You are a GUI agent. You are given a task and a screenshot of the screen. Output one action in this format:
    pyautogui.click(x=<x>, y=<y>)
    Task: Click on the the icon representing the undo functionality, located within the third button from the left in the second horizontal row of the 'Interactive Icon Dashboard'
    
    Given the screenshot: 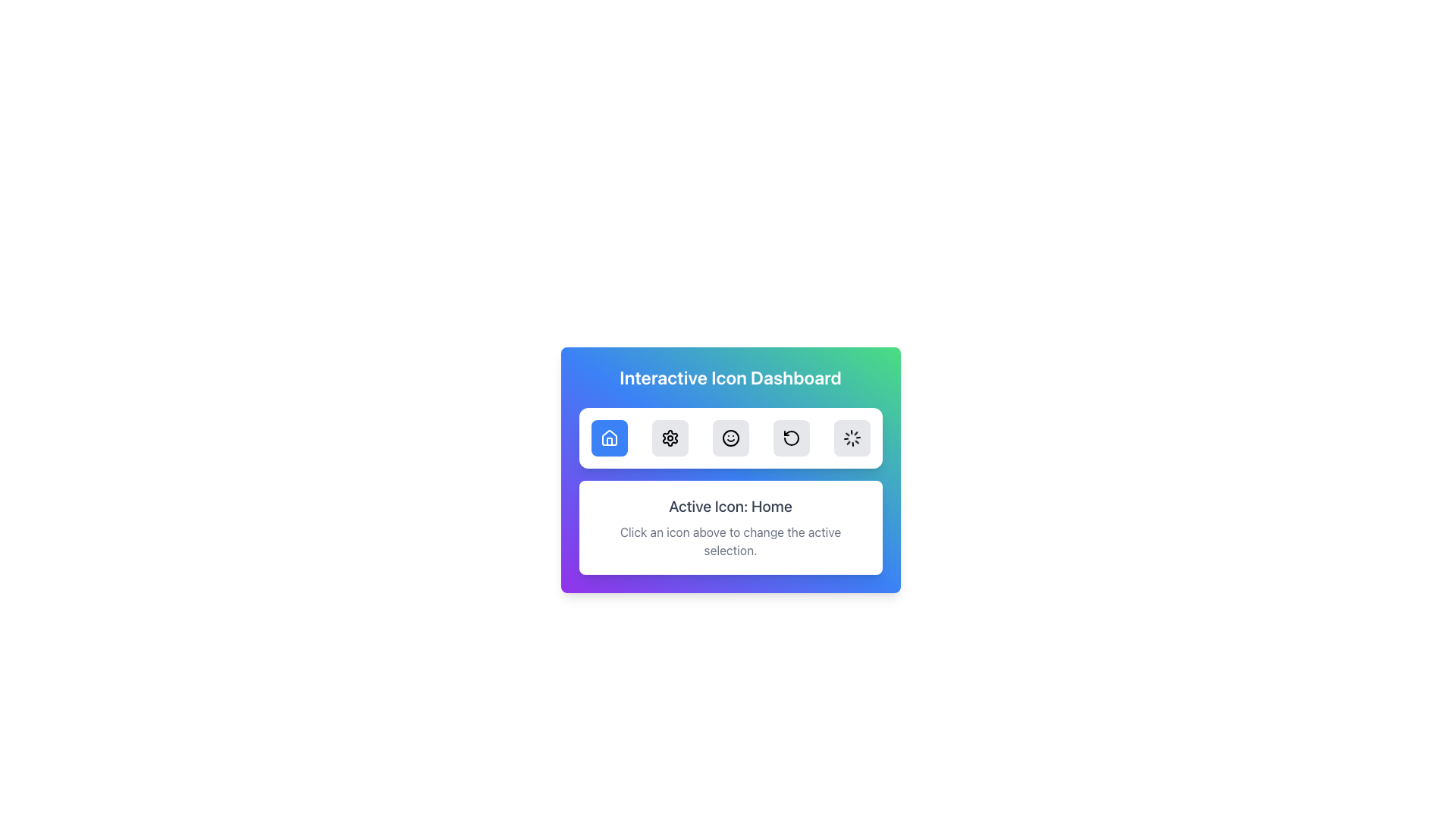 What is the action you would take?
    pyautogui.click(x=790, y=438)
    